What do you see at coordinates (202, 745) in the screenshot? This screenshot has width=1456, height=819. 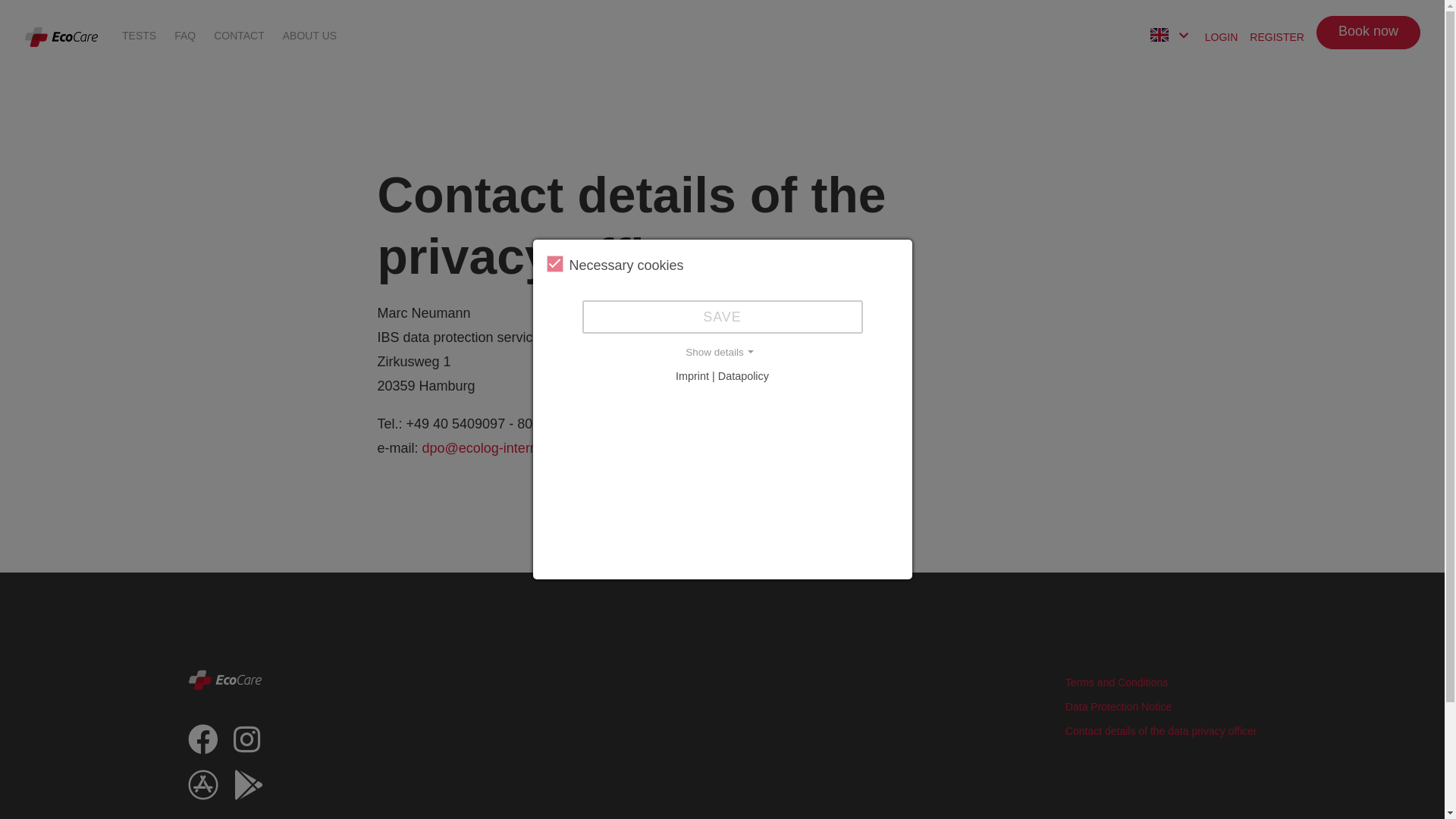 I see `'EcoCare Facebook'` at bounding box center [202, 745].